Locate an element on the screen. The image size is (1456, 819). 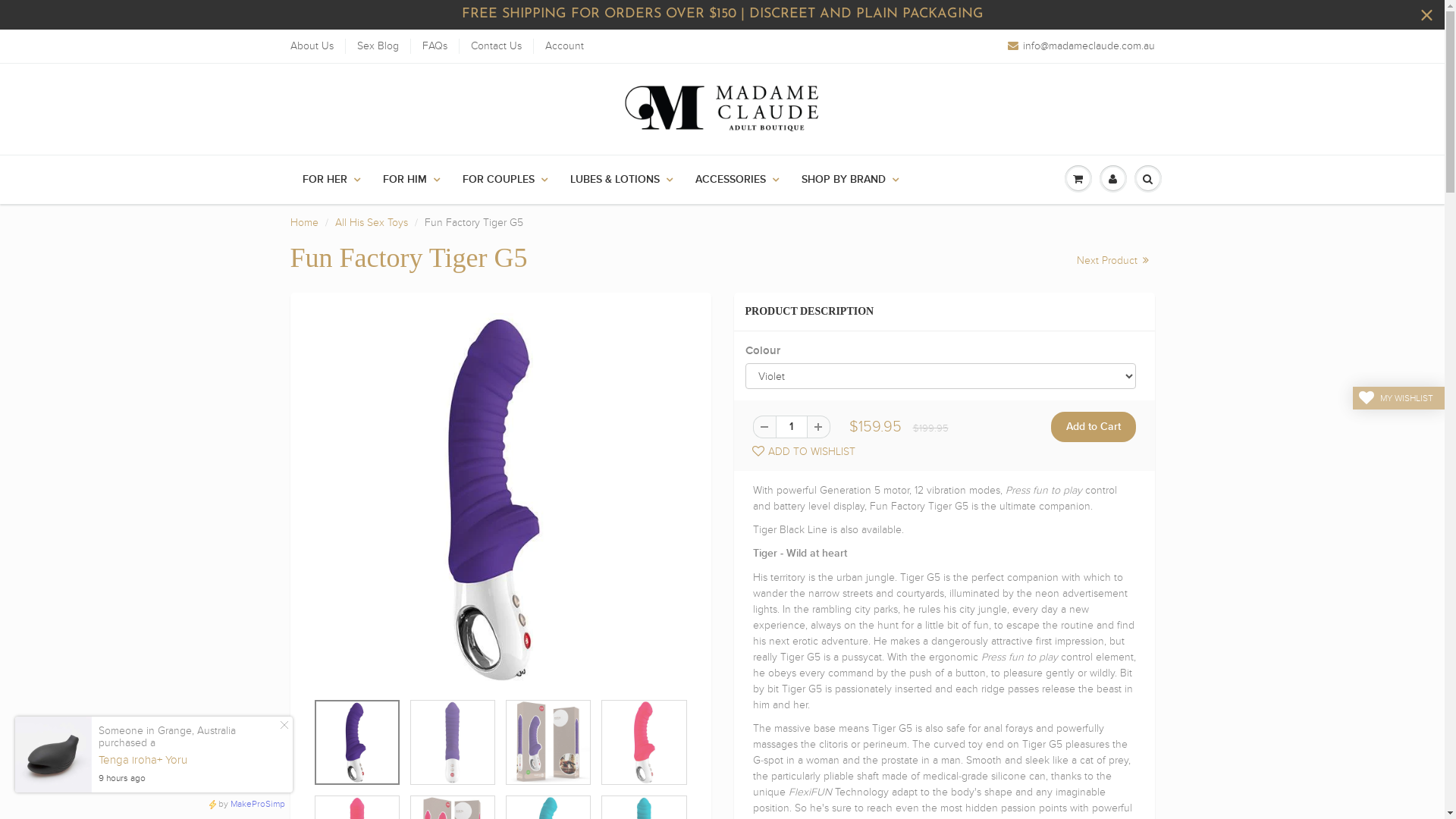
'Next Product' is located at coordinates (1072, 259).